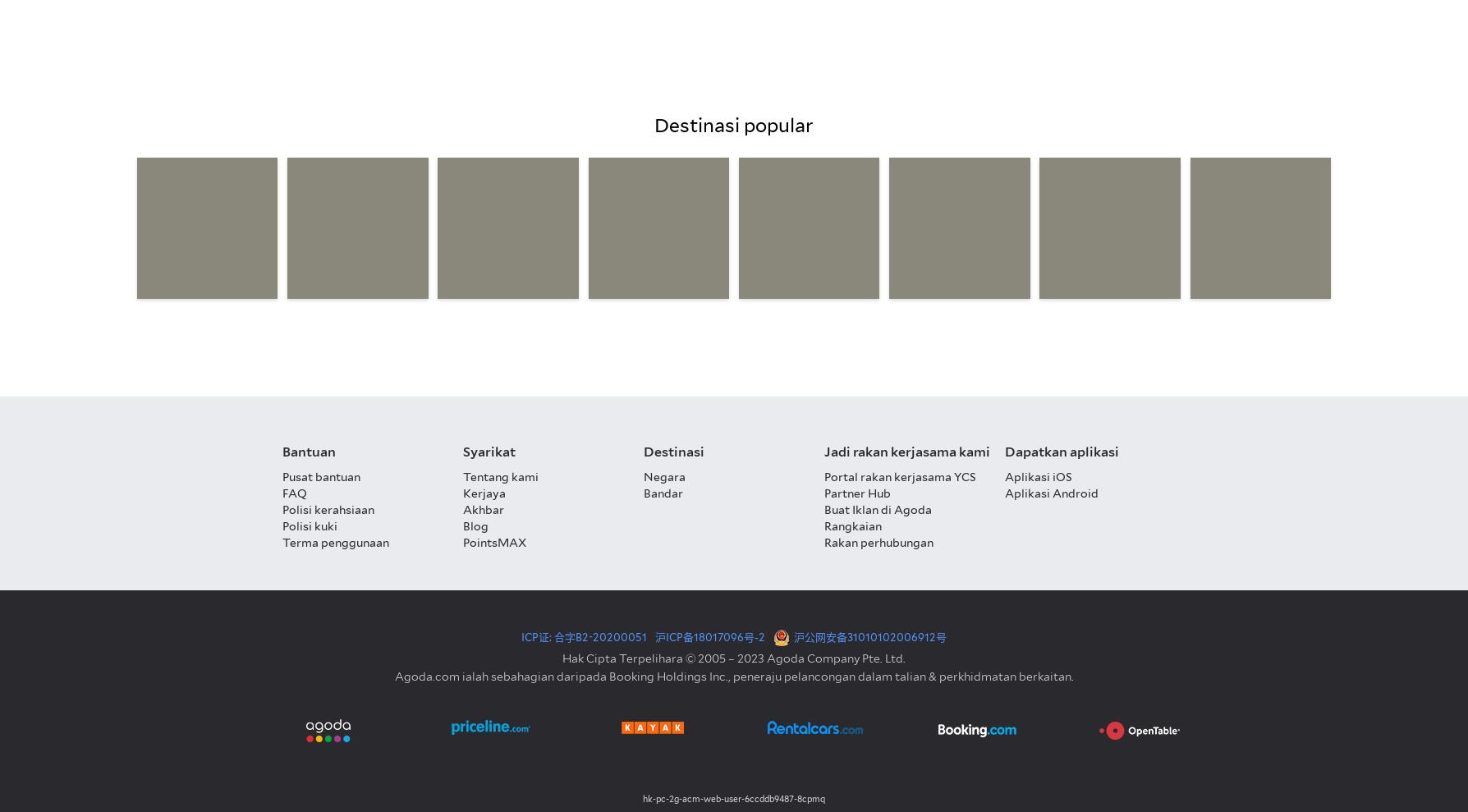  I want to click on 'Hak Cipta Terpelihara © 2005 – 2023 Agoda Company Pte. Ltd.', so click(734, 657).